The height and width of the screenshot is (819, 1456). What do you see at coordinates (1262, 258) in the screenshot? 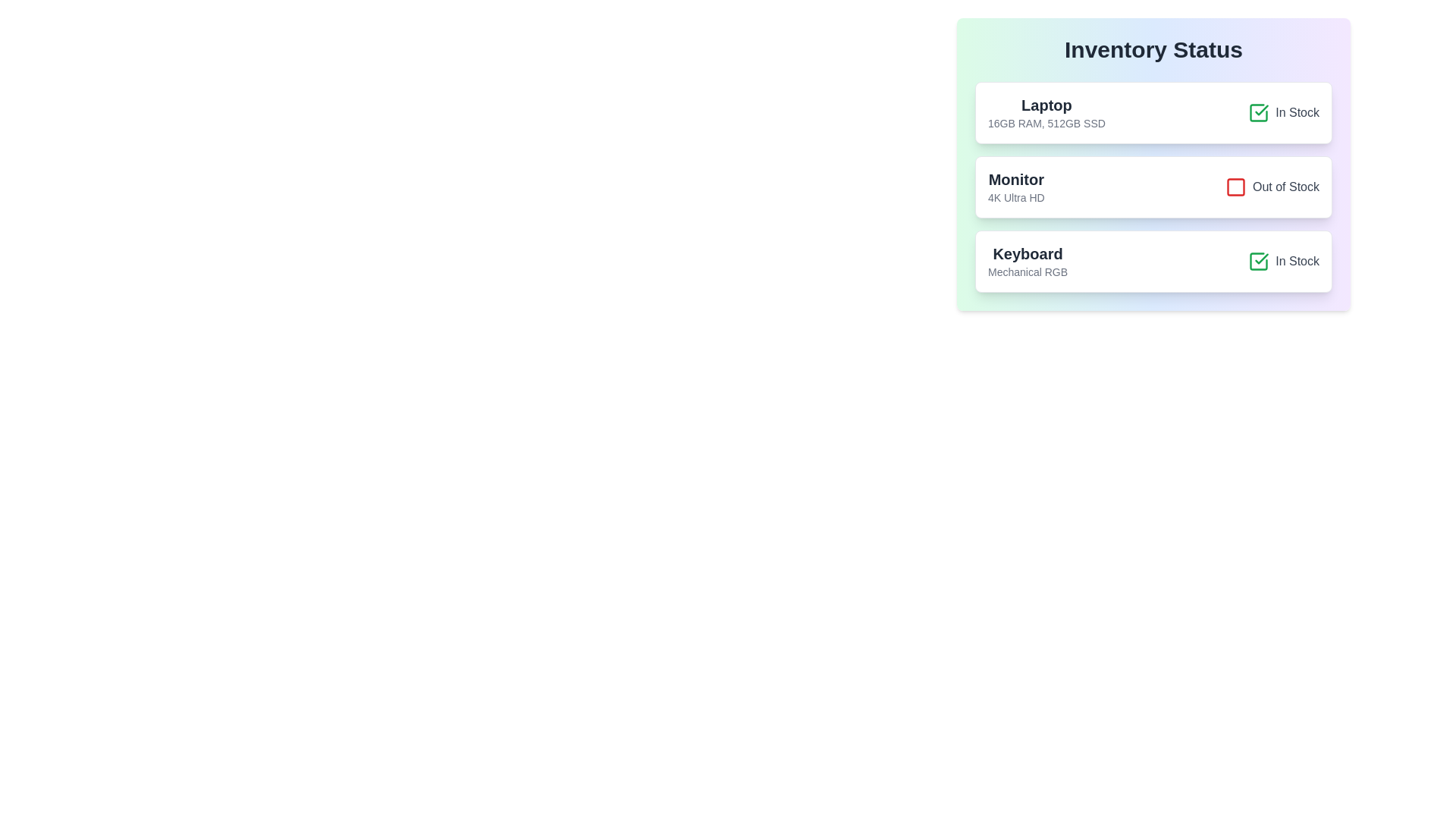
I see `the checkmark SVG element indicating that the item 'Keyboard' is in stock in the 'Inventory Status' section` at bounding box center [1262, 258].